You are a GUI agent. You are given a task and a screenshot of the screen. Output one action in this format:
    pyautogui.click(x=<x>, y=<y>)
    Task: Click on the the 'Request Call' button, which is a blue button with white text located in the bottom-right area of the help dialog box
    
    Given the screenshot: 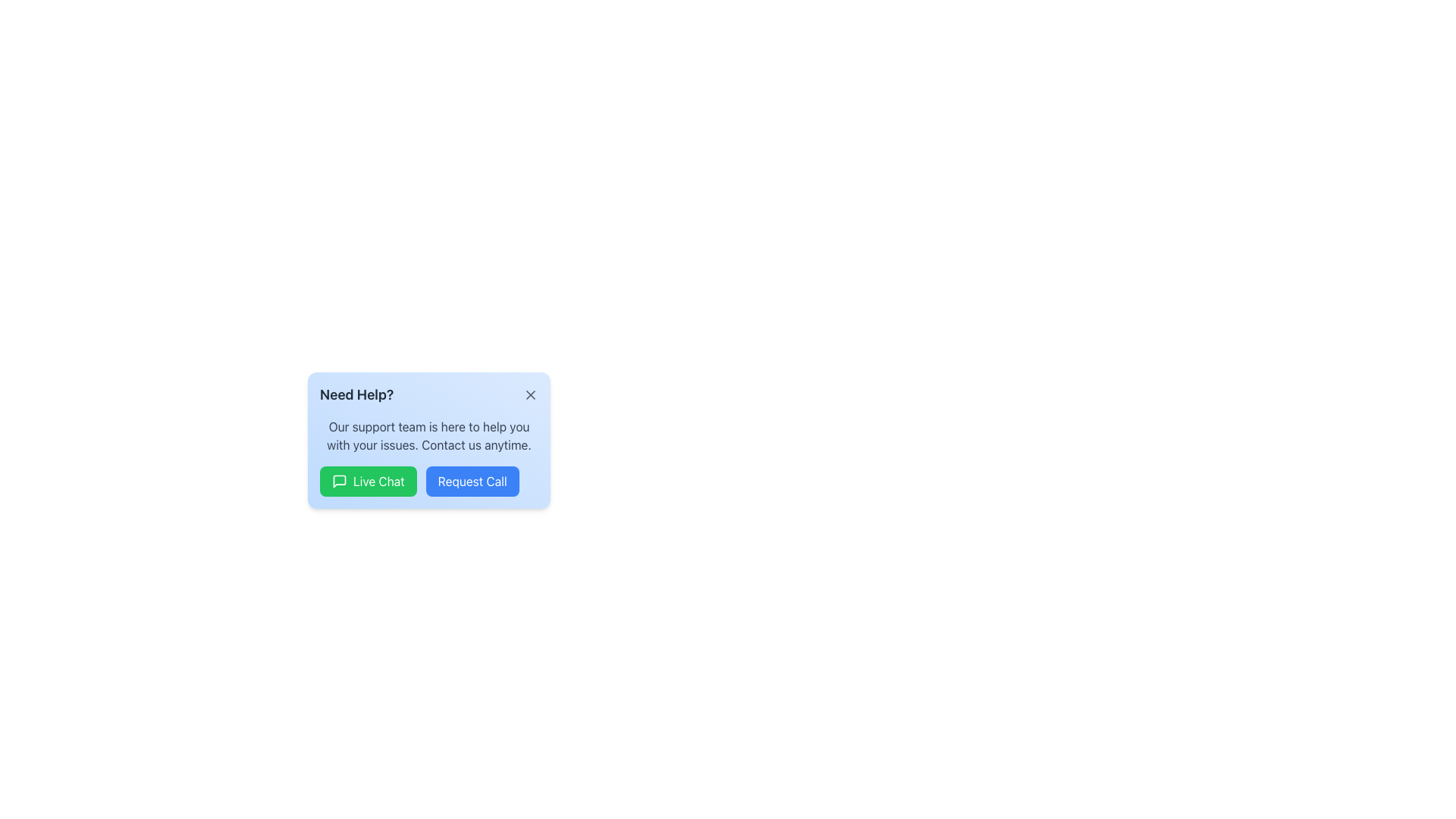 What is the action you would take?
    pyautogui.click(x=428, y=482)
    